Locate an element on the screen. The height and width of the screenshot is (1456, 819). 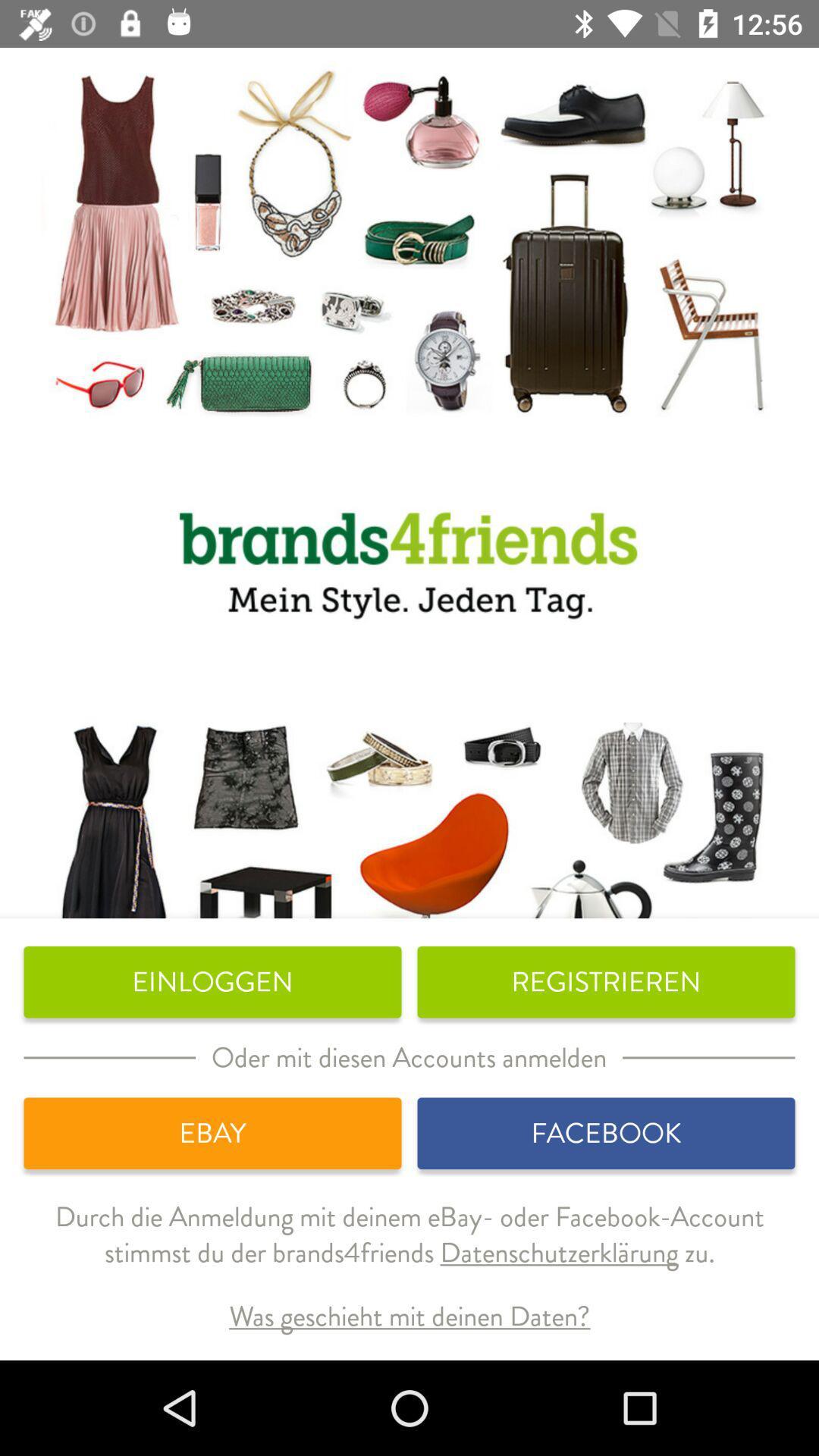
einloggen icon is located at coordinates (212, 982).